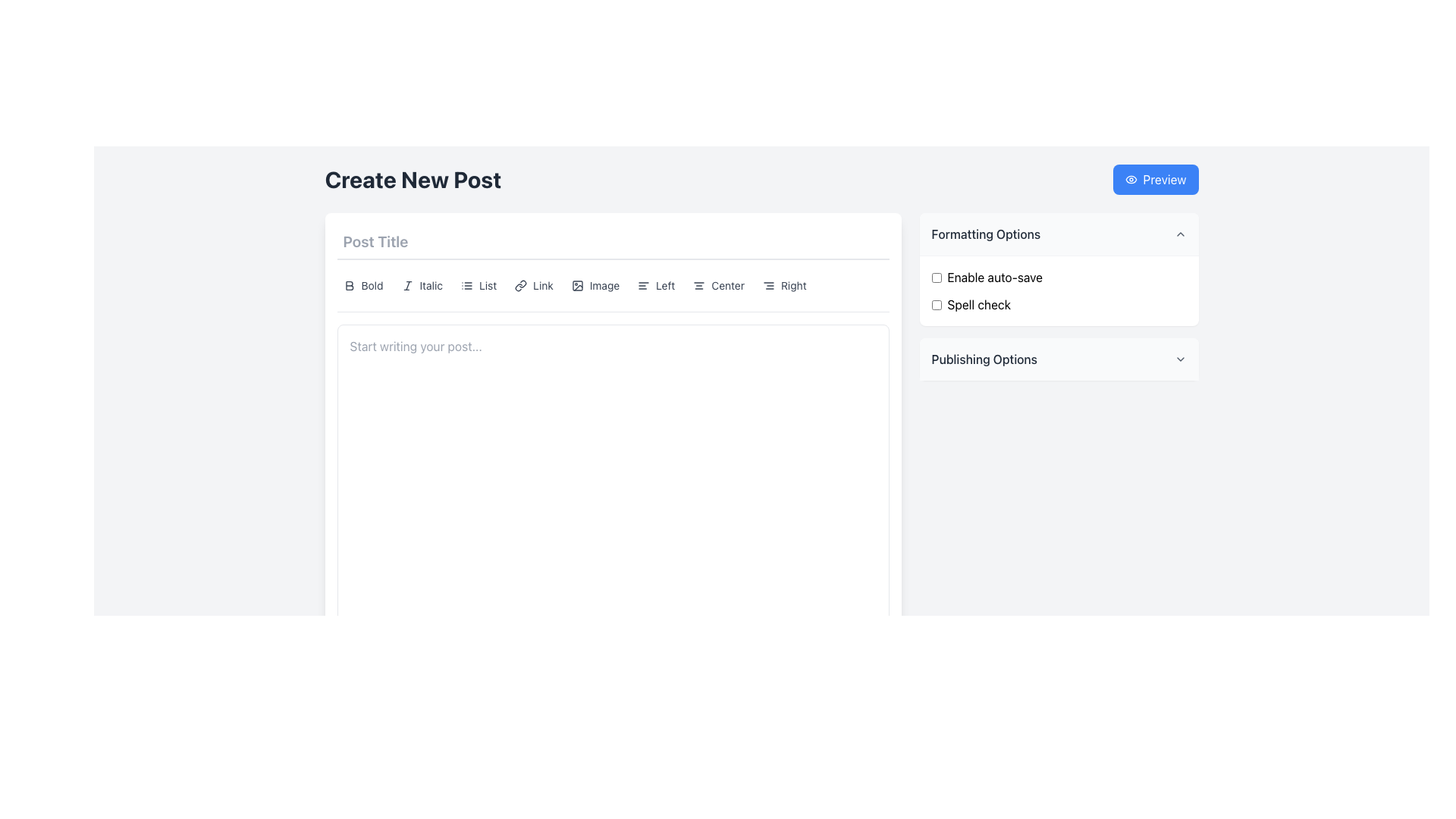 This screenshot has height=819, width=1456. What do you see at coordinates (728, 286) in the screenshot?
I see `the 'Center' text label within the alignment button located in the center of the formatting toolbar` at bounding box center [728, 286].